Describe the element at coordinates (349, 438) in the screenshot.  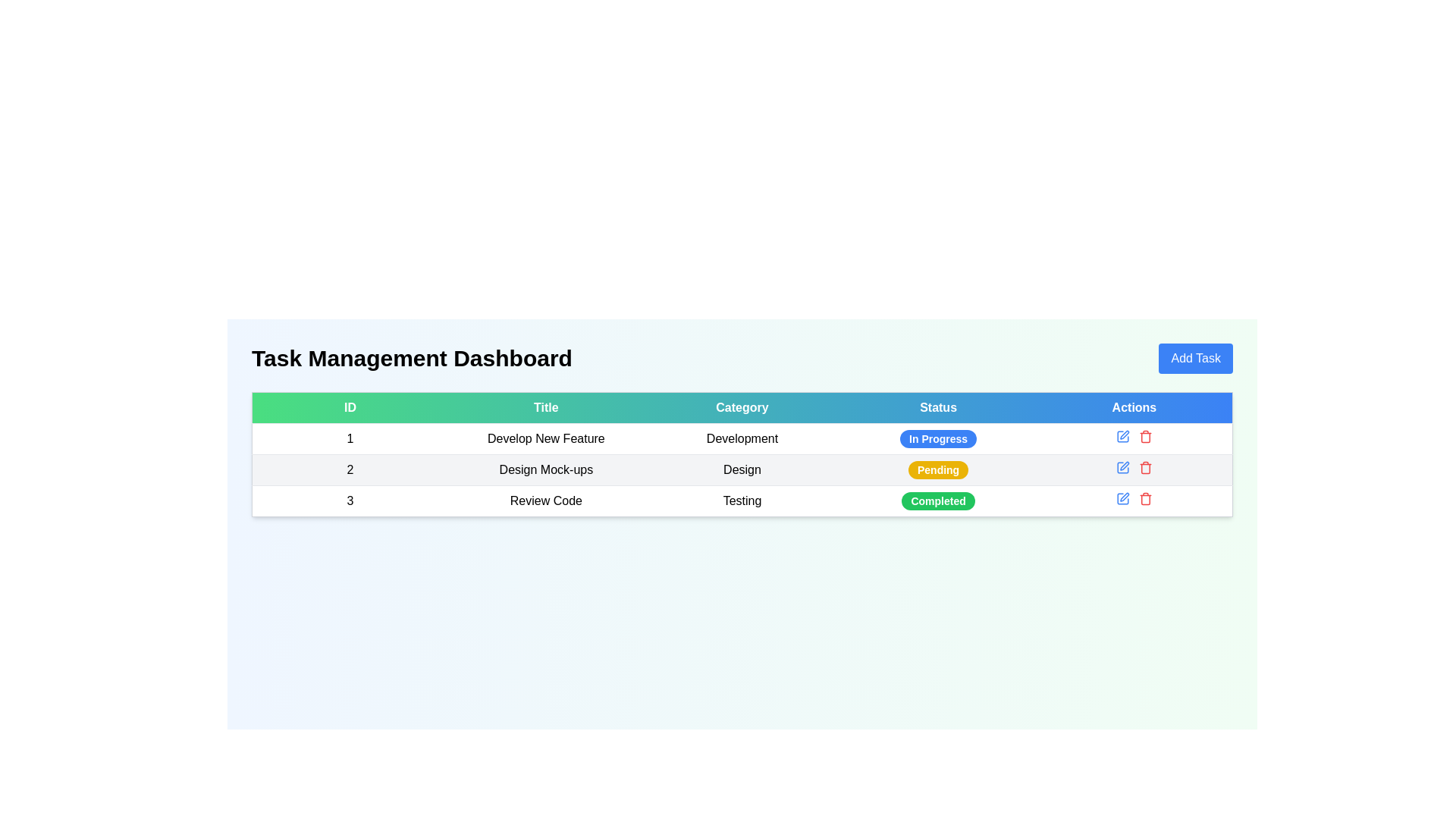
I see `the numeral '1' in the first row of the table under the 'ID' column, which is bold and black-colored` at that location.